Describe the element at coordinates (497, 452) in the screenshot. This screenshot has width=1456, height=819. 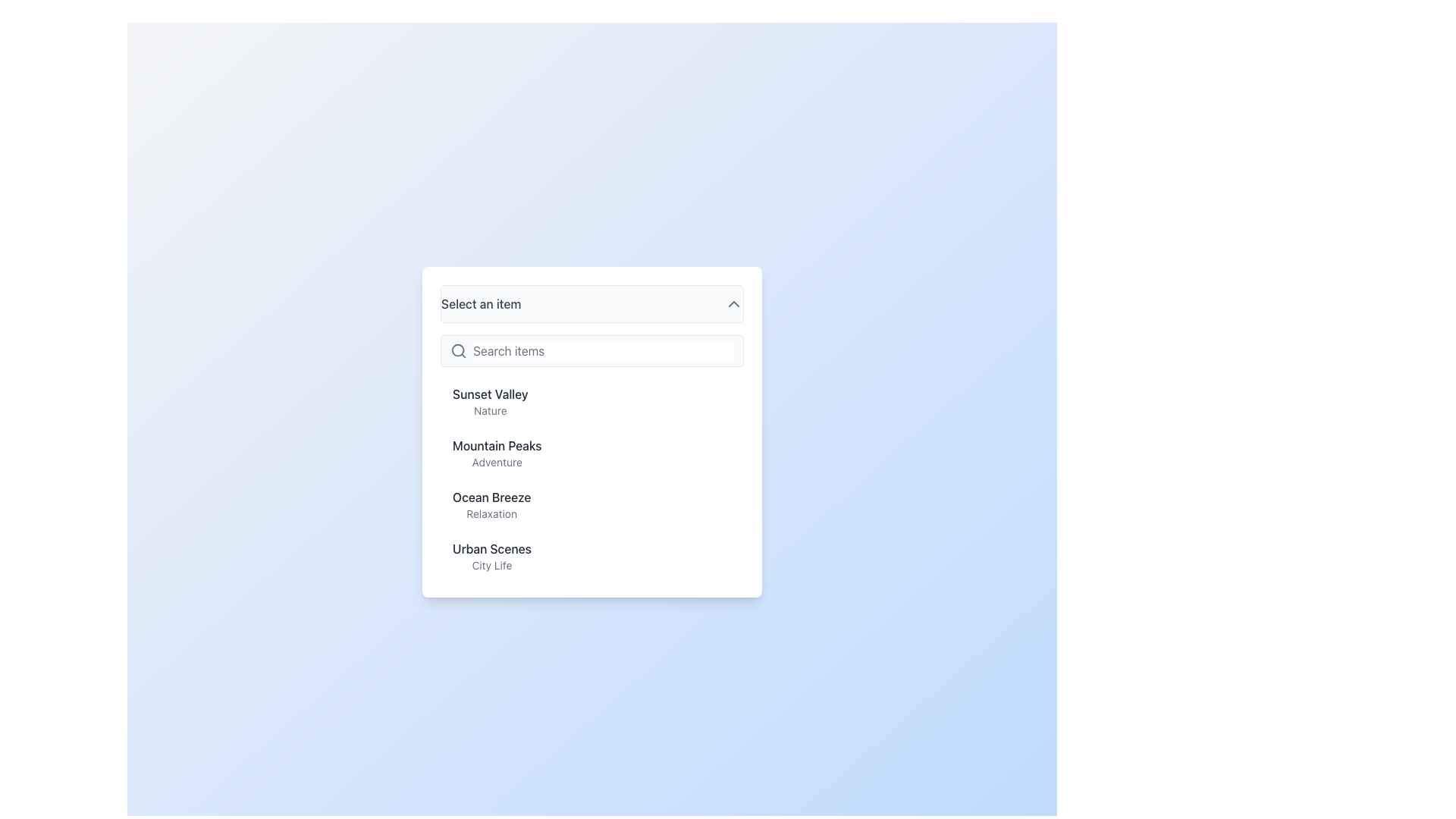
I see `the 'Mountain Peaks' text block in the dropdown list` at that location.